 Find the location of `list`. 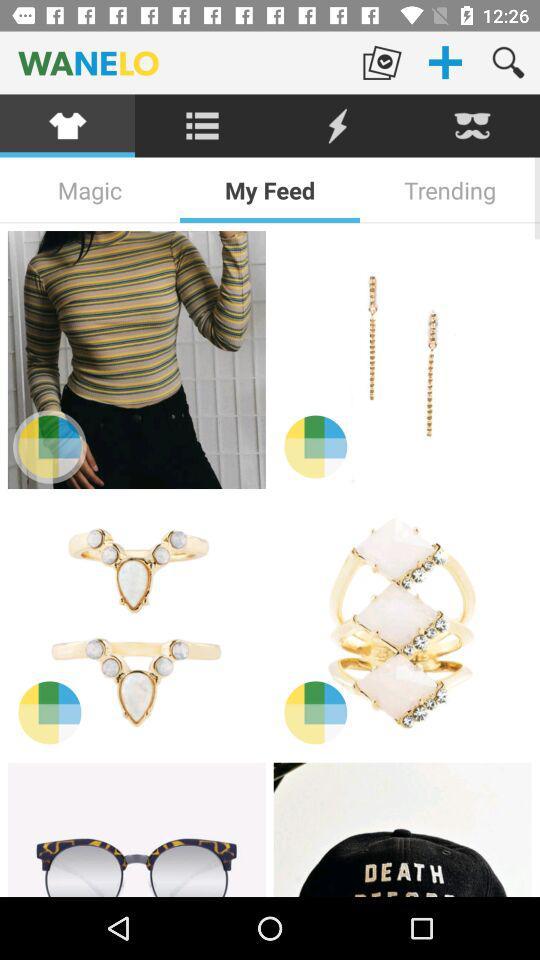

list is located at coordinates (202, 125).